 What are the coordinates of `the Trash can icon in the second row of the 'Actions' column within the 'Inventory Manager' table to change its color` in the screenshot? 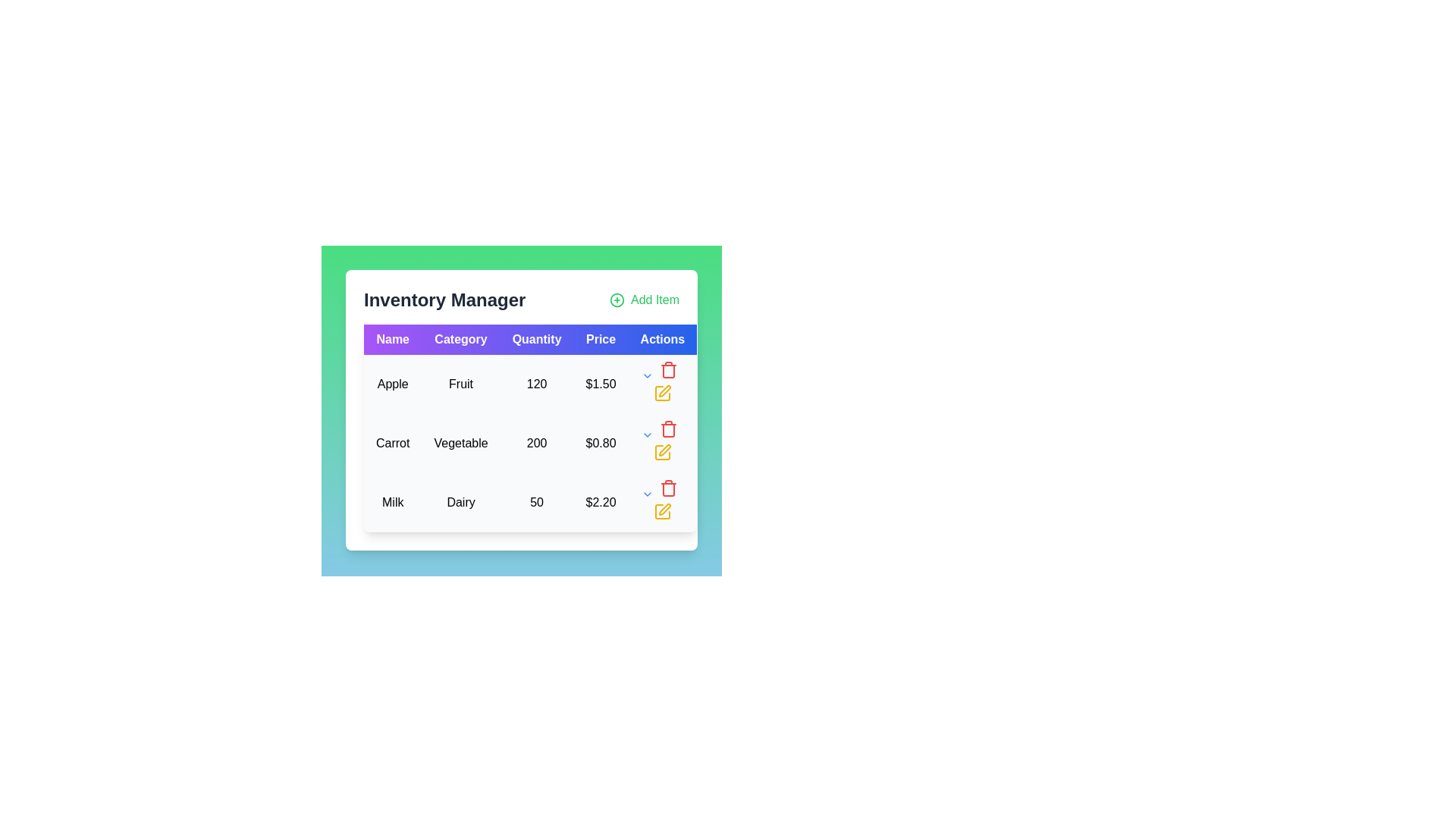 It's located at (667, 429).